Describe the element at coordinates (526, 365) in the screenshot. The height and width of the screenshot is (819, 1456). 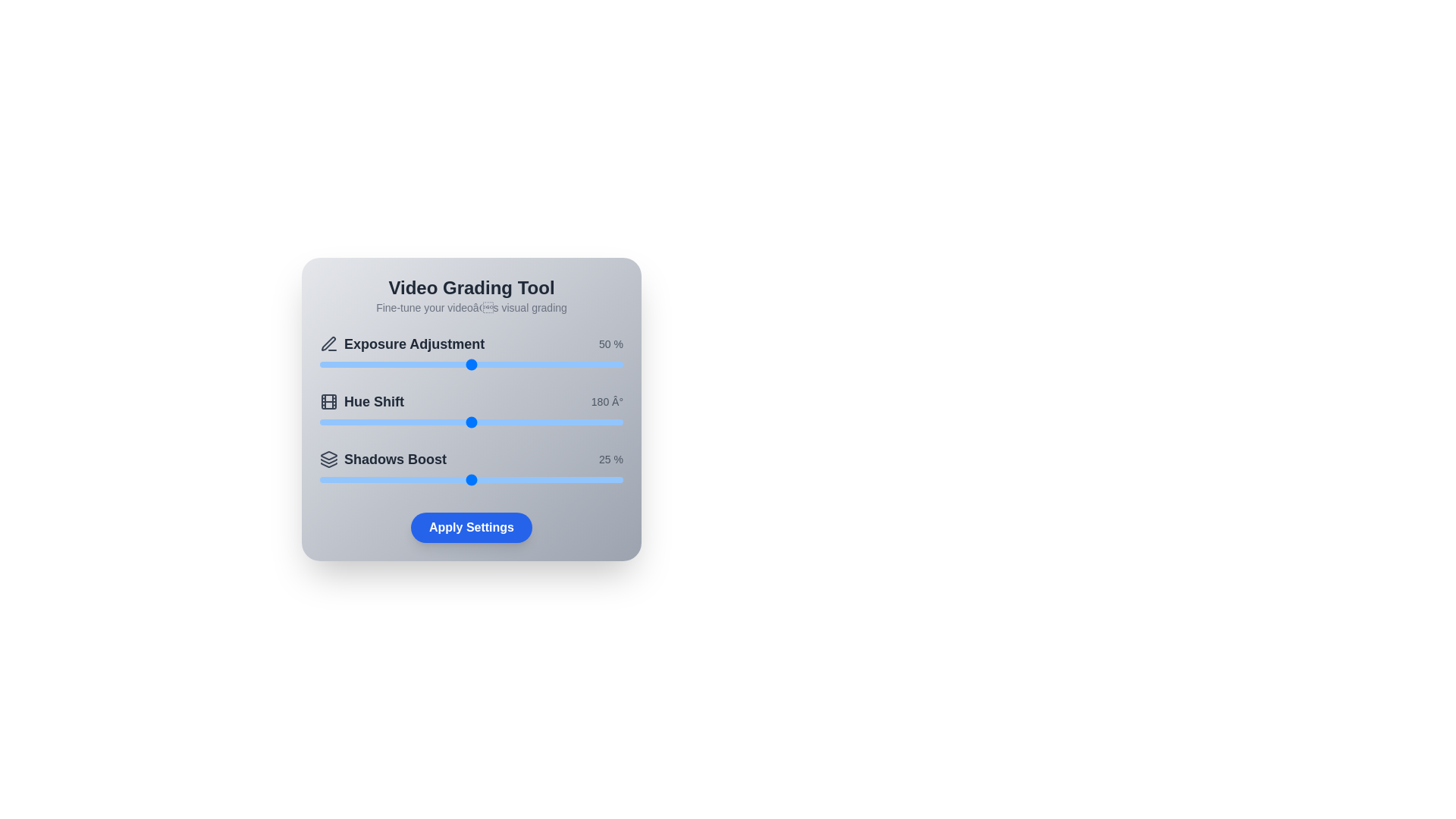
I see `the exposure adjustment` at that location.